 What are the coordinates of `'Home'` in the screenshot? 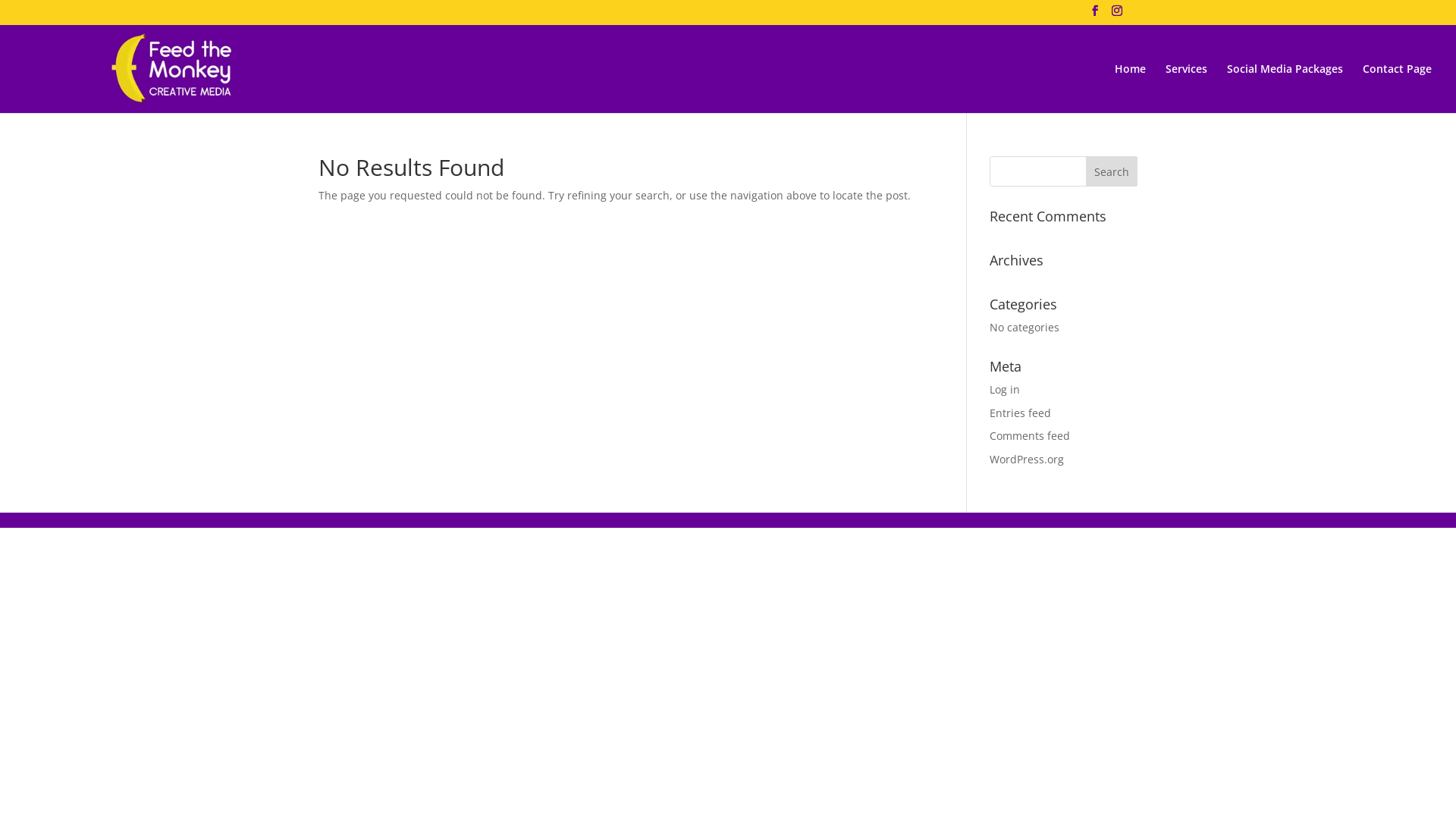 It's located at (1130, 88).